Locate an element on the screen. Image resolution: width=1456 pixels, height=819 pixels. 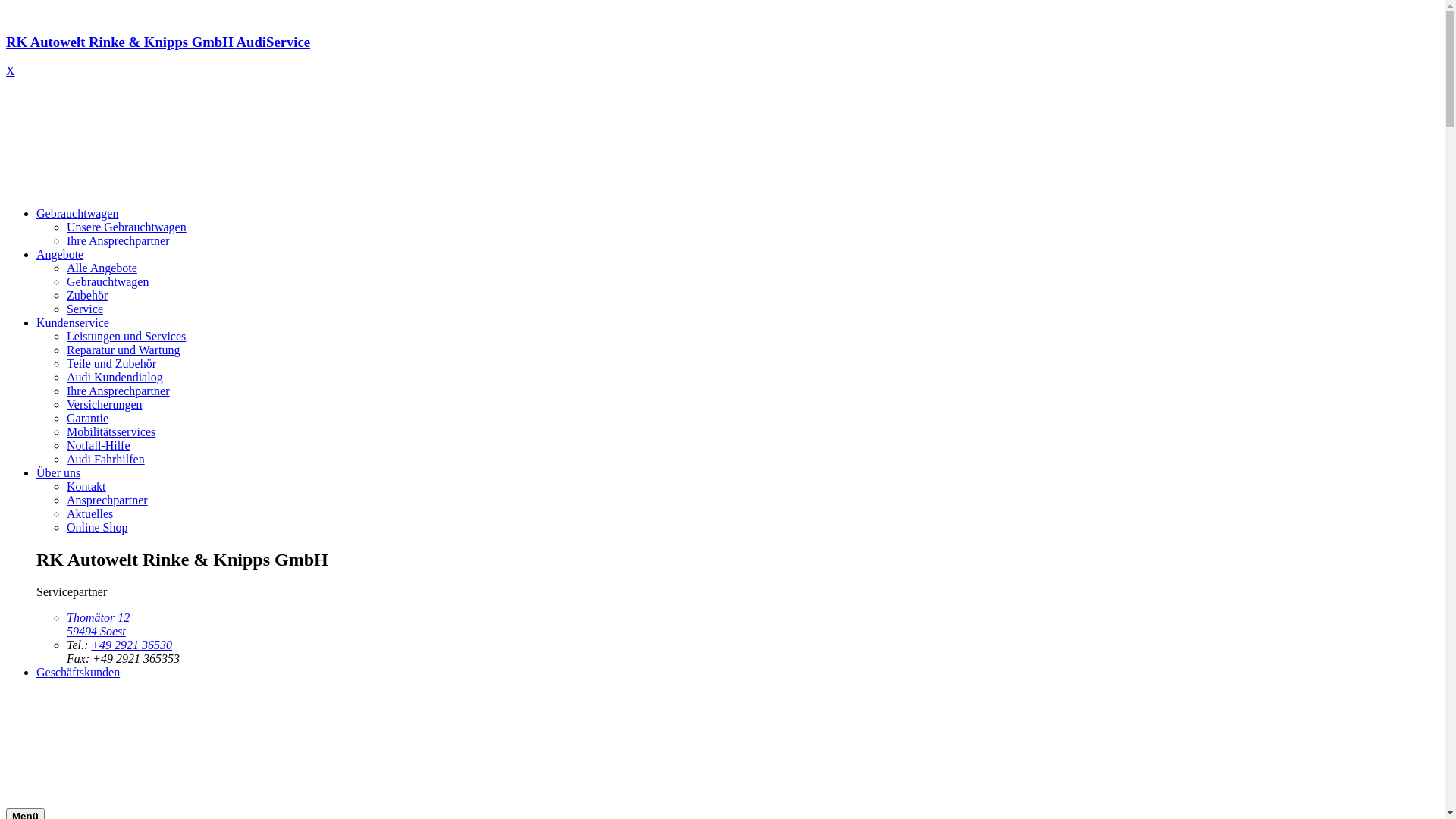
'Alle Angebote' is located at coordinates (101, 267).